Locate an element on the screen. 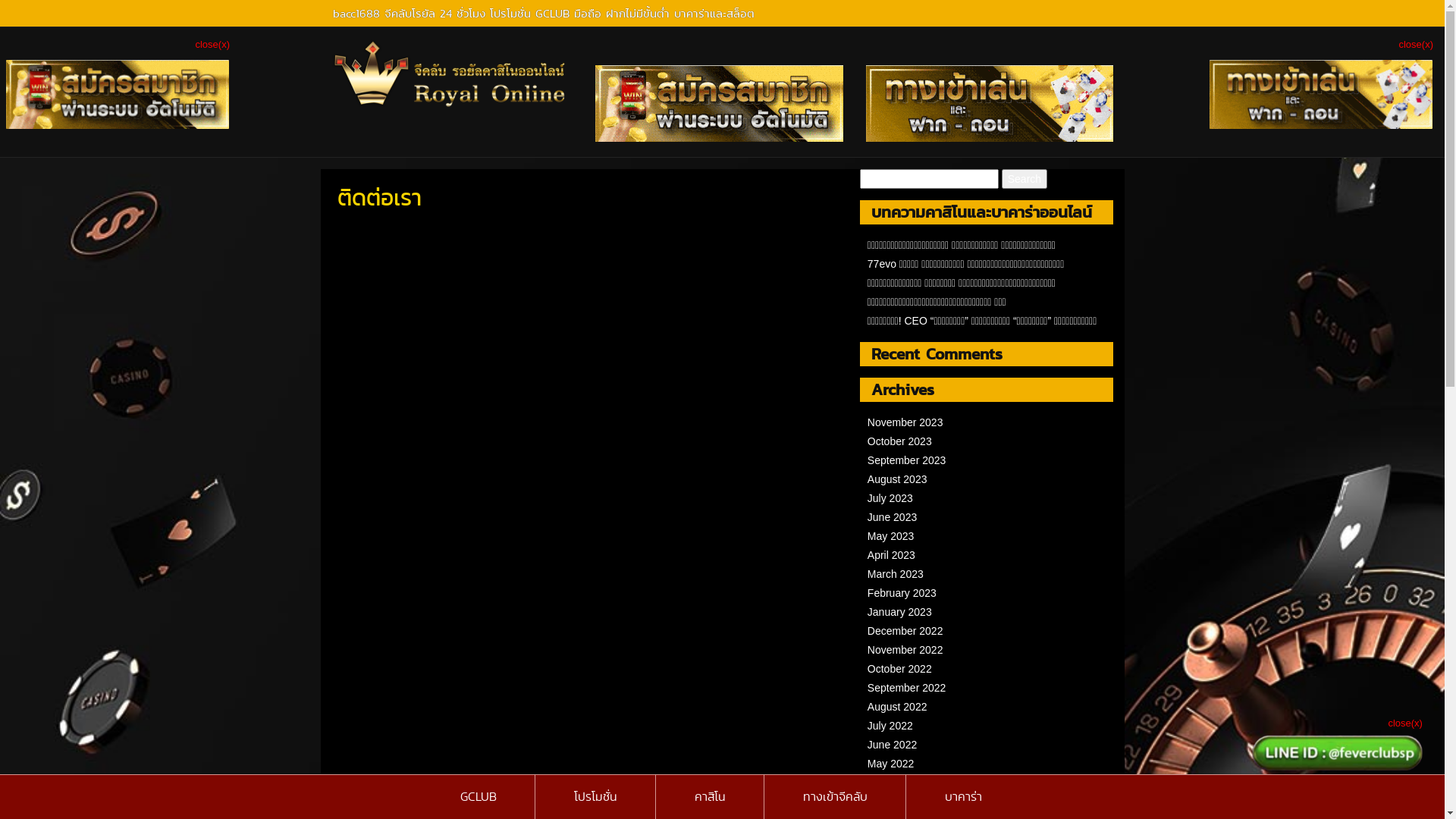  'September 2023' is located at coordinates (906, 459).